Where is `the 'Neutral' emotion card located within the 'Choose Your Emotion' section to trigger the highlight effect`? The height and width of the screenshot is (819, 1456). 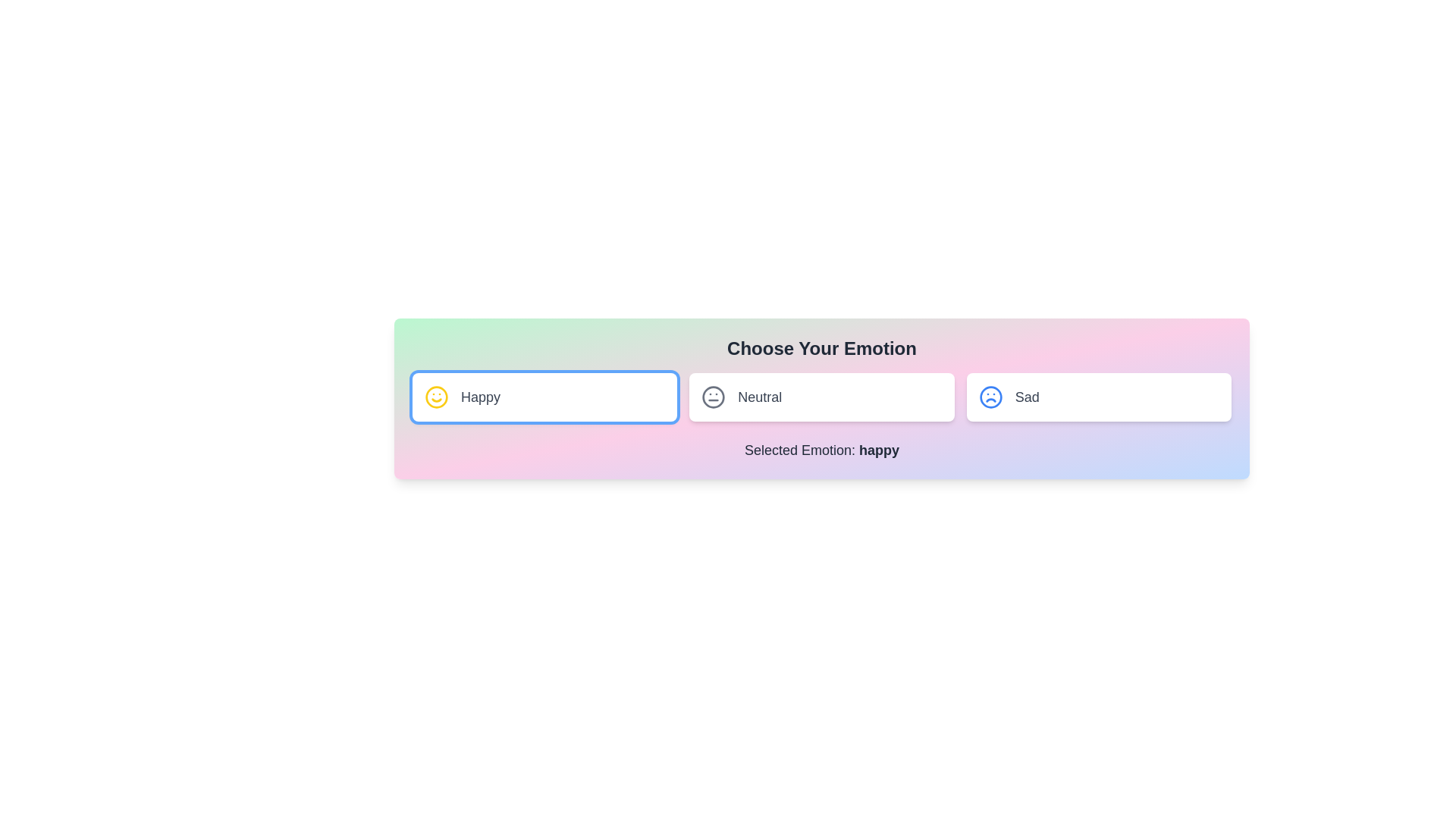
the 'Neutral' emotion card located within the 'Choose Your Emotion' section to trigger the highlight effect is located at coordinates (821, 397).